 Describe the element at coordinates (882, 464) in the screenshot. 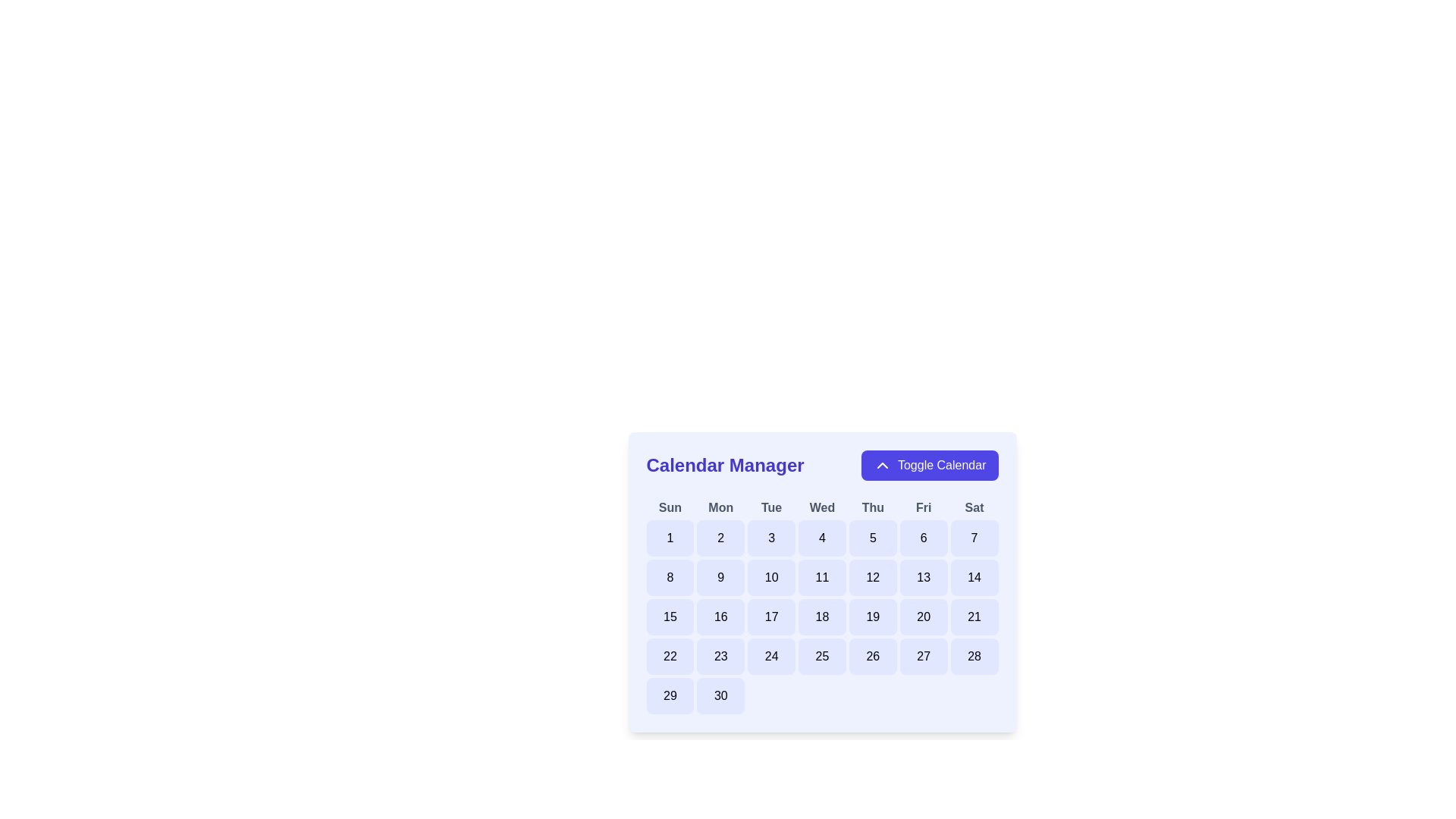

I see `the small upward-pointing chevron icon located within the blue 'Toggle Calendar' button at the top-right corner of the calendar component` at that location.